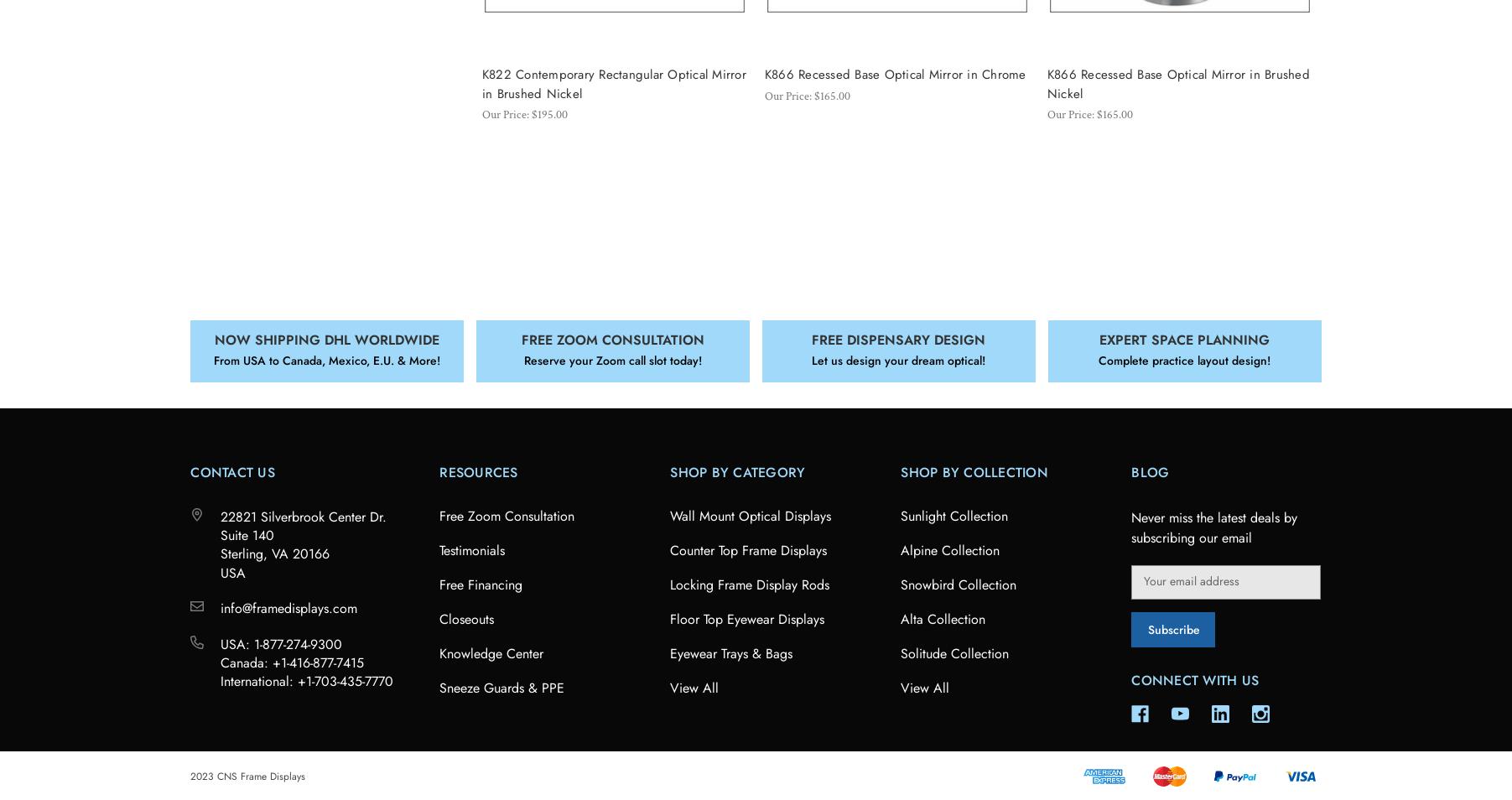 This screenshot has width=1512, height=800. What do you see at coordinates (954, 652) in the screenshot?
I see `'Solitude Collection'` at bounding box center [954, 652].